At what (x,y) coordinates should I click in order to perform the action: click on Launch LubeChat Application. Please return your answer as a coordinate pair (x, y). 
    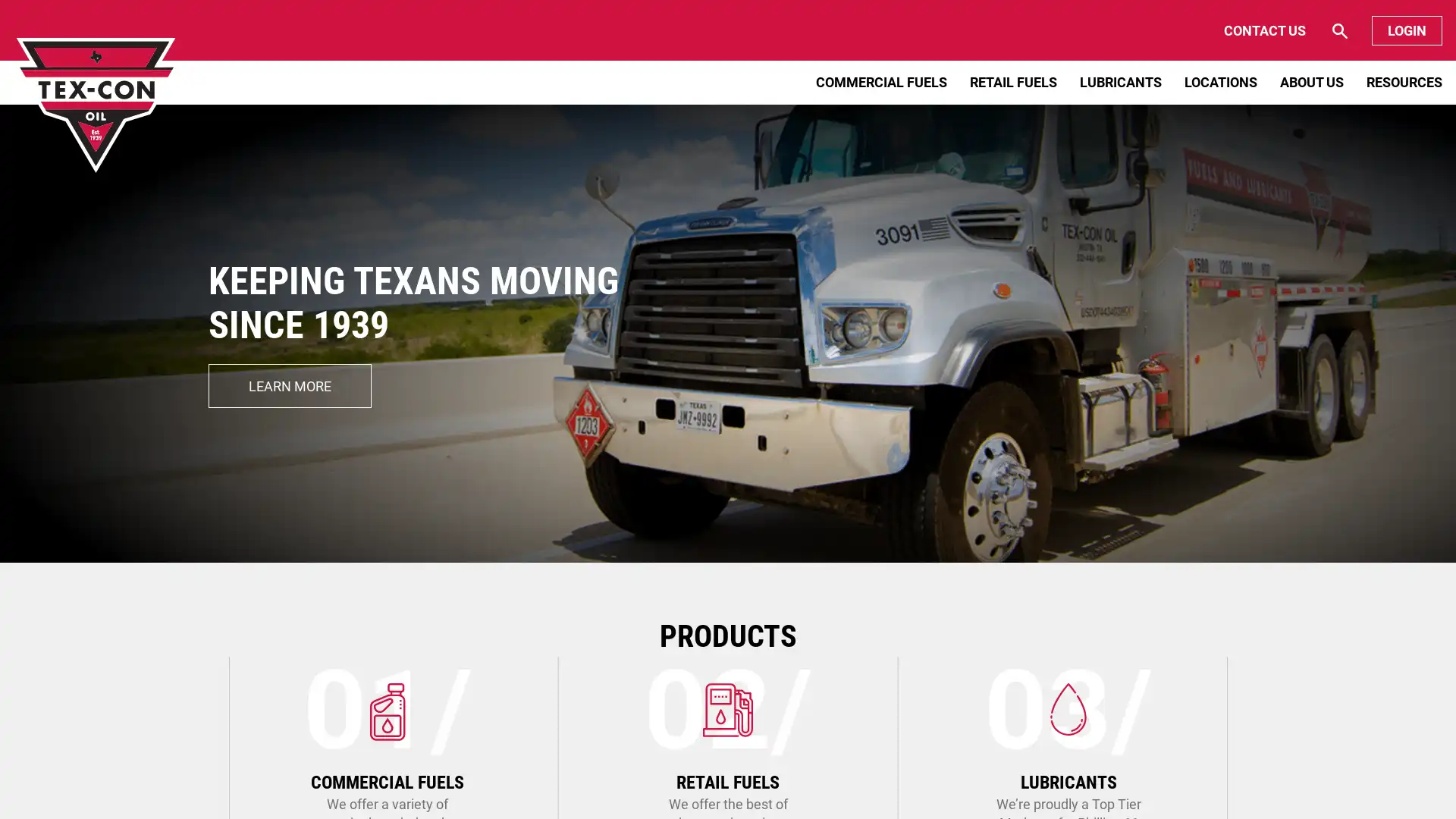
    Looking at the image, I should click on (1299, 777).